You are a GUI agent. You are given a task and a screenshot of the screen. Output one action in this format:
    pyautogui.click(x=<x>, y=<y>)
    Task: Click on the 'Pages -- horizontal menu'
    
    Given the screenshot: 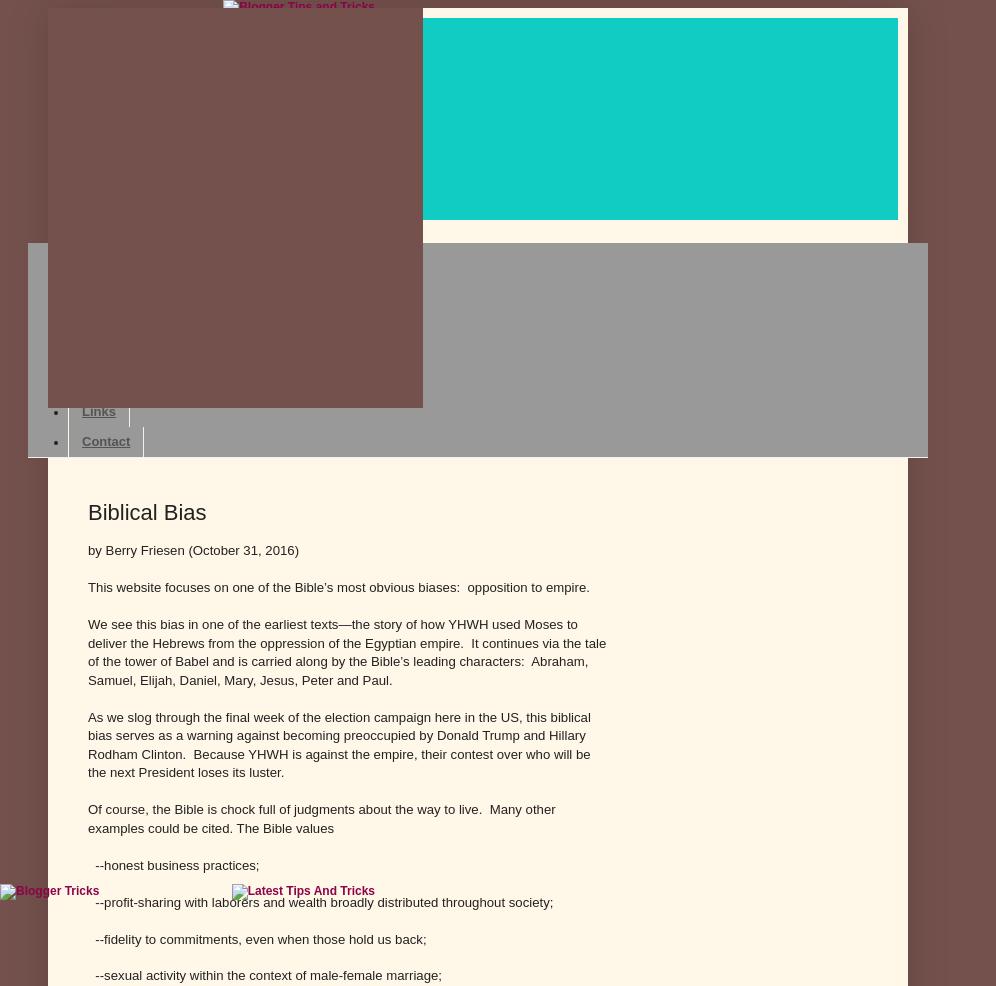 What is the action you would take?
    pyautogui.click(x=123, y=224)
    